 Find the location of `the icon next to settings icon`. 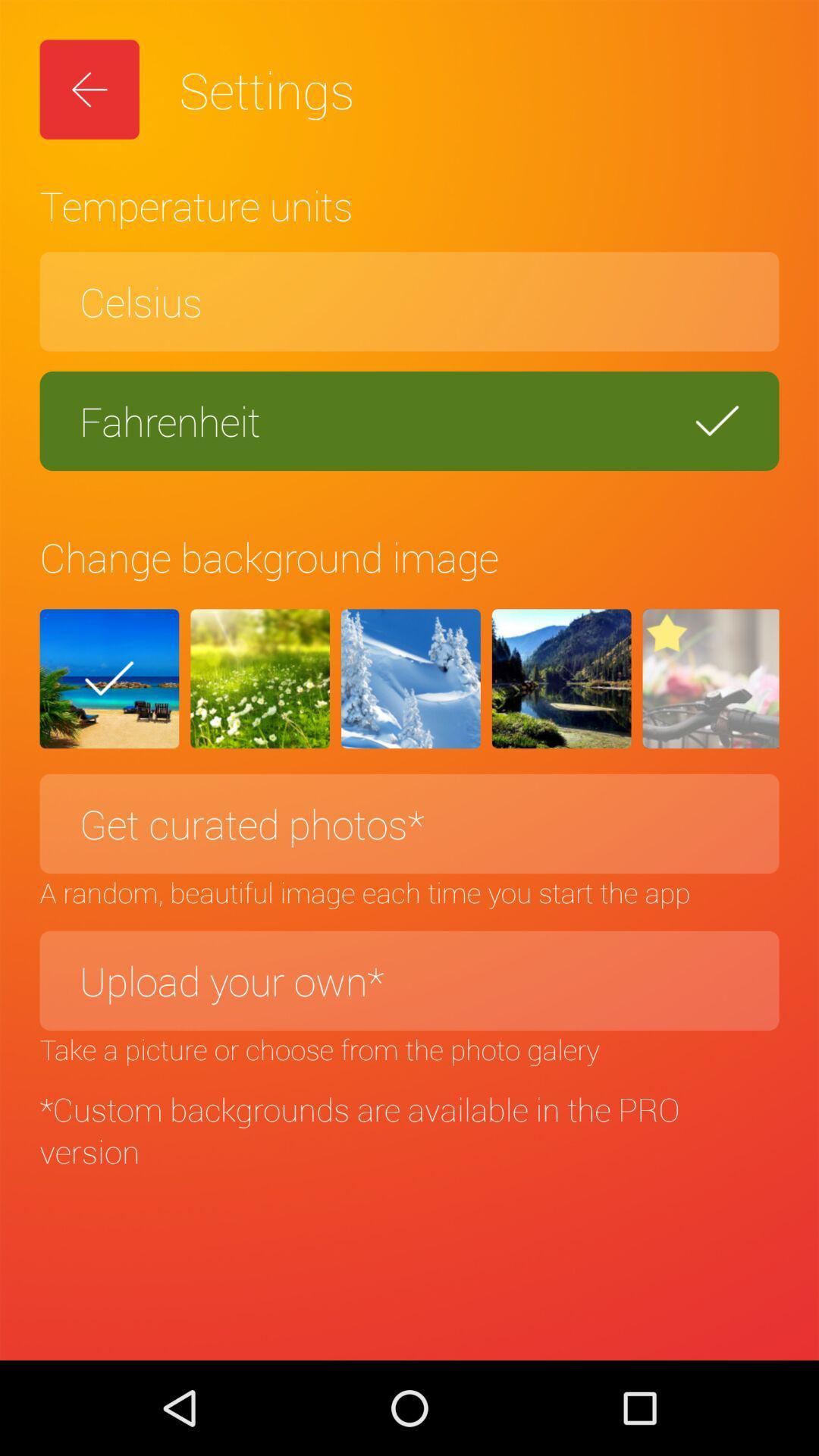

the icon next to settings icon is located at coordinates (89, 89).